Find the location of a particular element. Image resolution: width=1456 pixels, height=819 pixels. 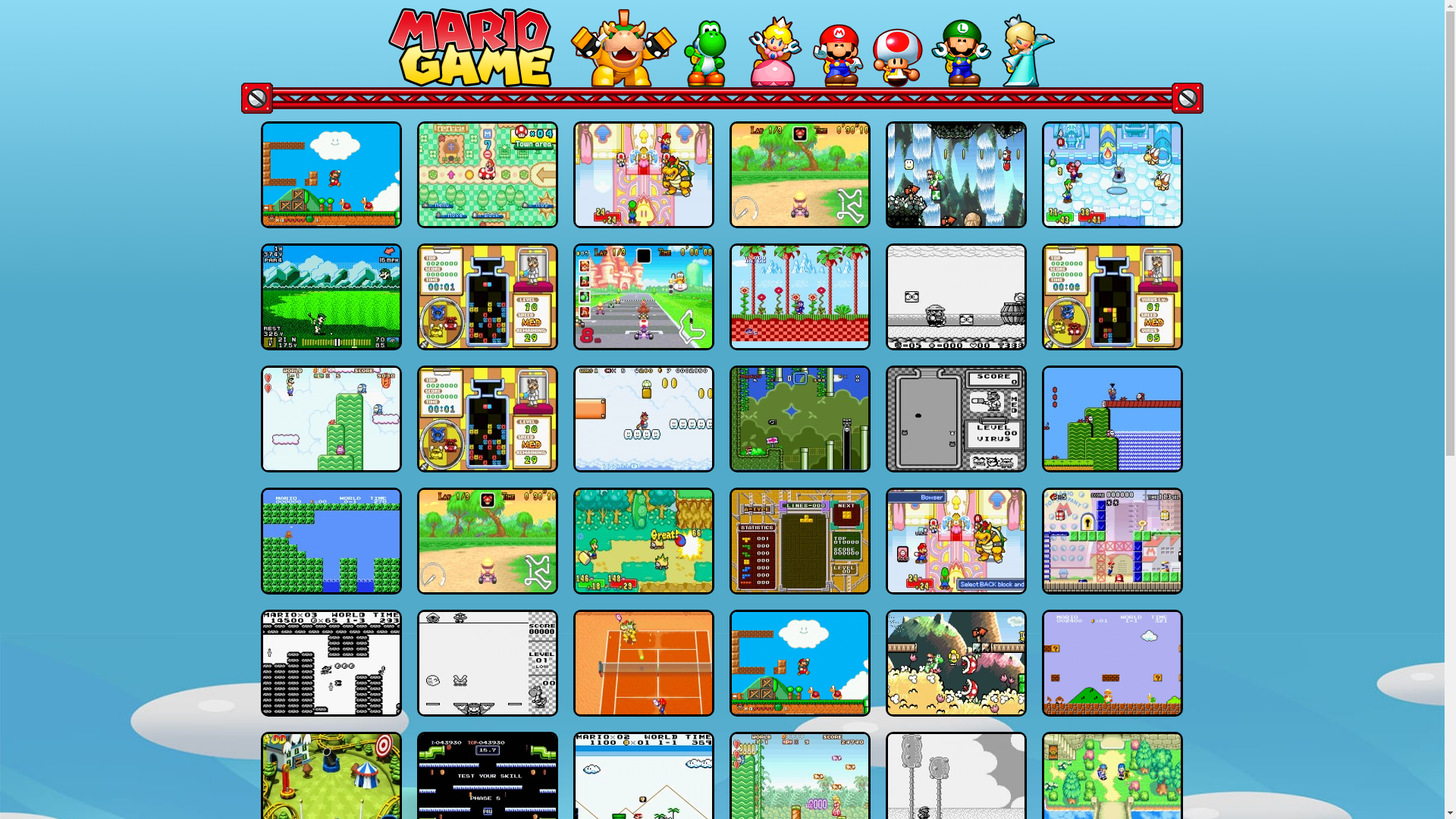

'Mario Kart Advance' is located at coordinates (799, 172).